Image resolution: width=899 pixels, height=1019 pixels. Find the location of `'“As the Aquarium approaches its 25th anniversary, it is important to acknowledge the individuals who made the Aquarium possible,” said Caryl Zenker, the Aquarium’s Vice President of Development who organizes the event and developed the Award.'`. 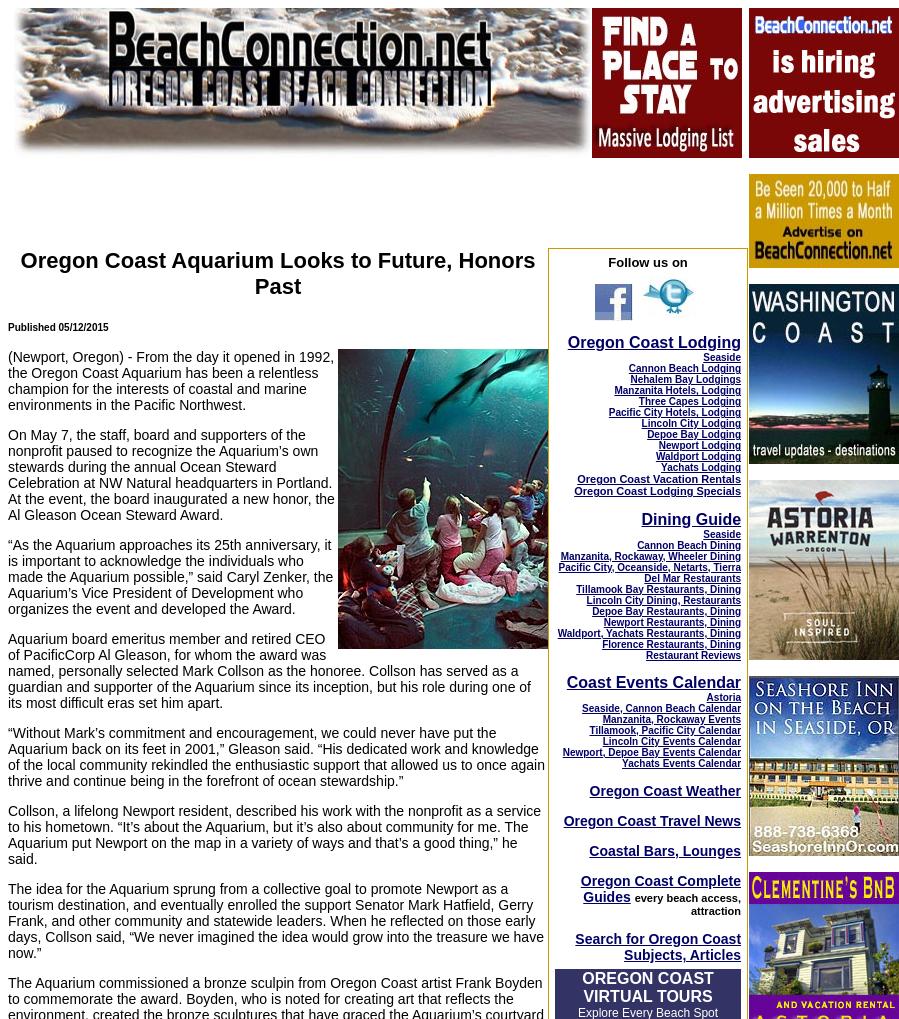

'“As the Aquarium approaches its 25th anniversary, it is important to acknowledge the individuals who made the Aquarium possible,” said Caryl Zenker, the Aquarium’s Vice President of Development who organizes the event and developed the Award.' is located at coordinates (170, 575).